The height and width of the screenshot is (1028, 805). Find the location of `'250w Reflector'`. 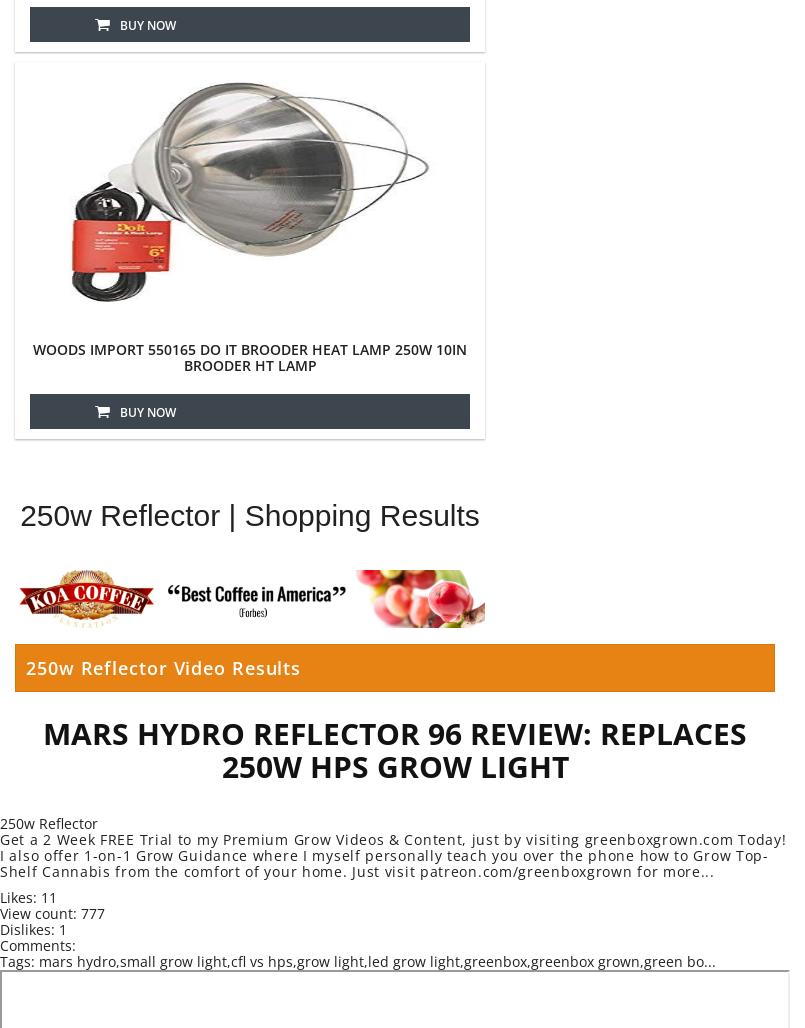

'250w Reflector' is located at coordinates (0, 823).